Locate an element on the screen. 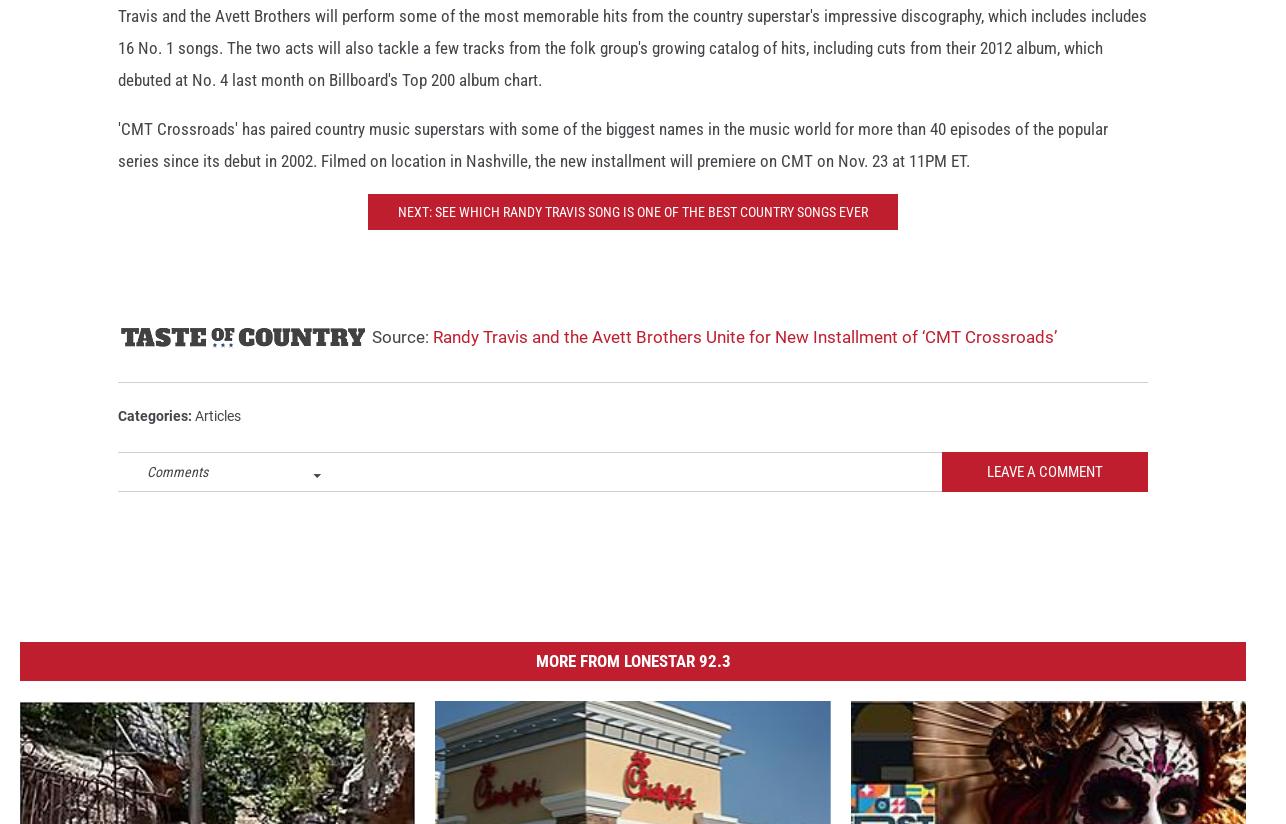 The width and height of the screenshot is (1286, 824). ':' is located at coordinates (191, 433).